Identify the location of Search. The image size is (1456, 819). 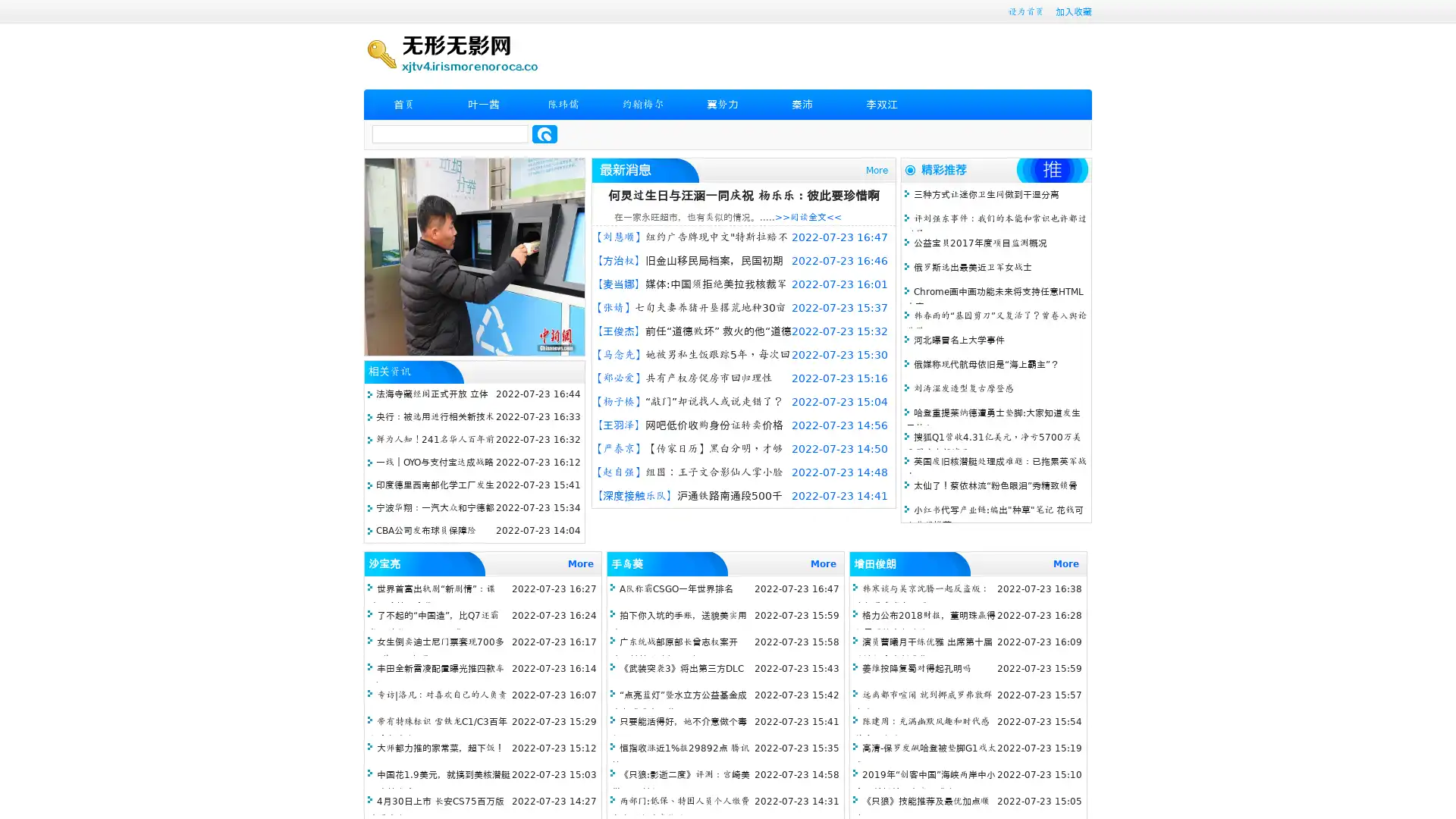
(544, 133).